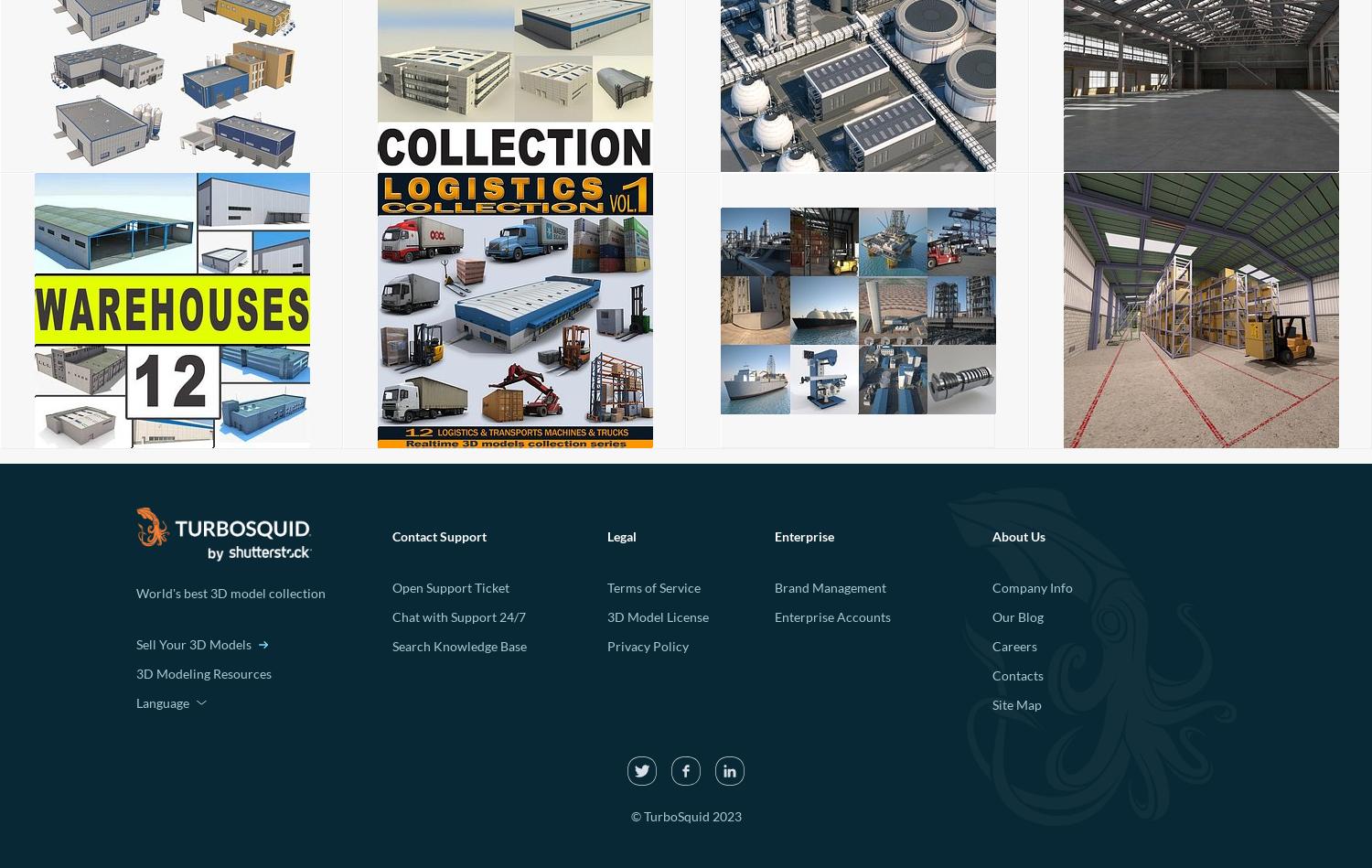 This screenshot has width=1372, height=868. Describe the element at coordinates (230, 592) in the screenshot. I see `'World's best 3D model collection'` at that location.